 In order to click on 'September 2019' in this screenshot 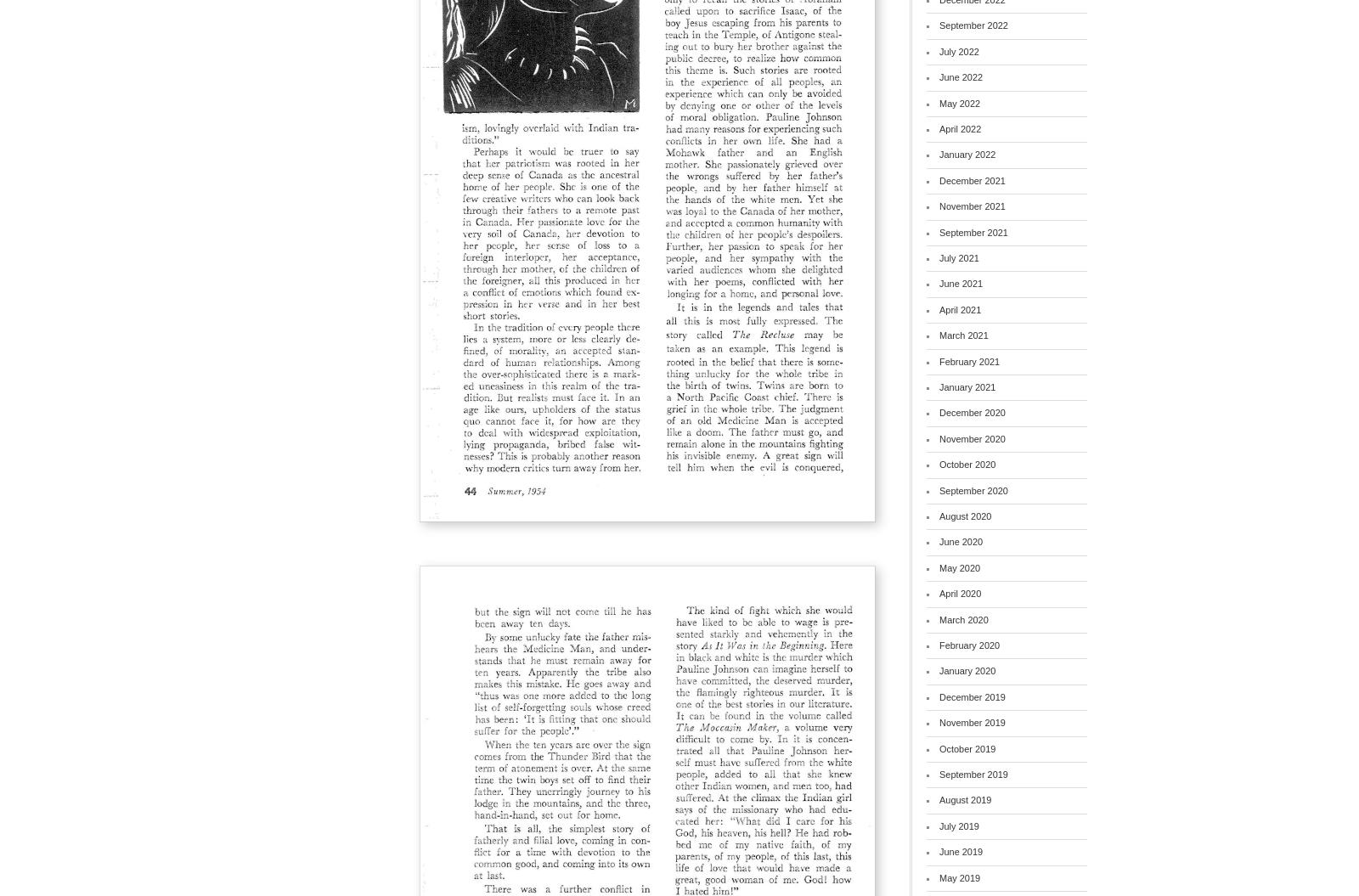, I will do `click(973, 774)`.